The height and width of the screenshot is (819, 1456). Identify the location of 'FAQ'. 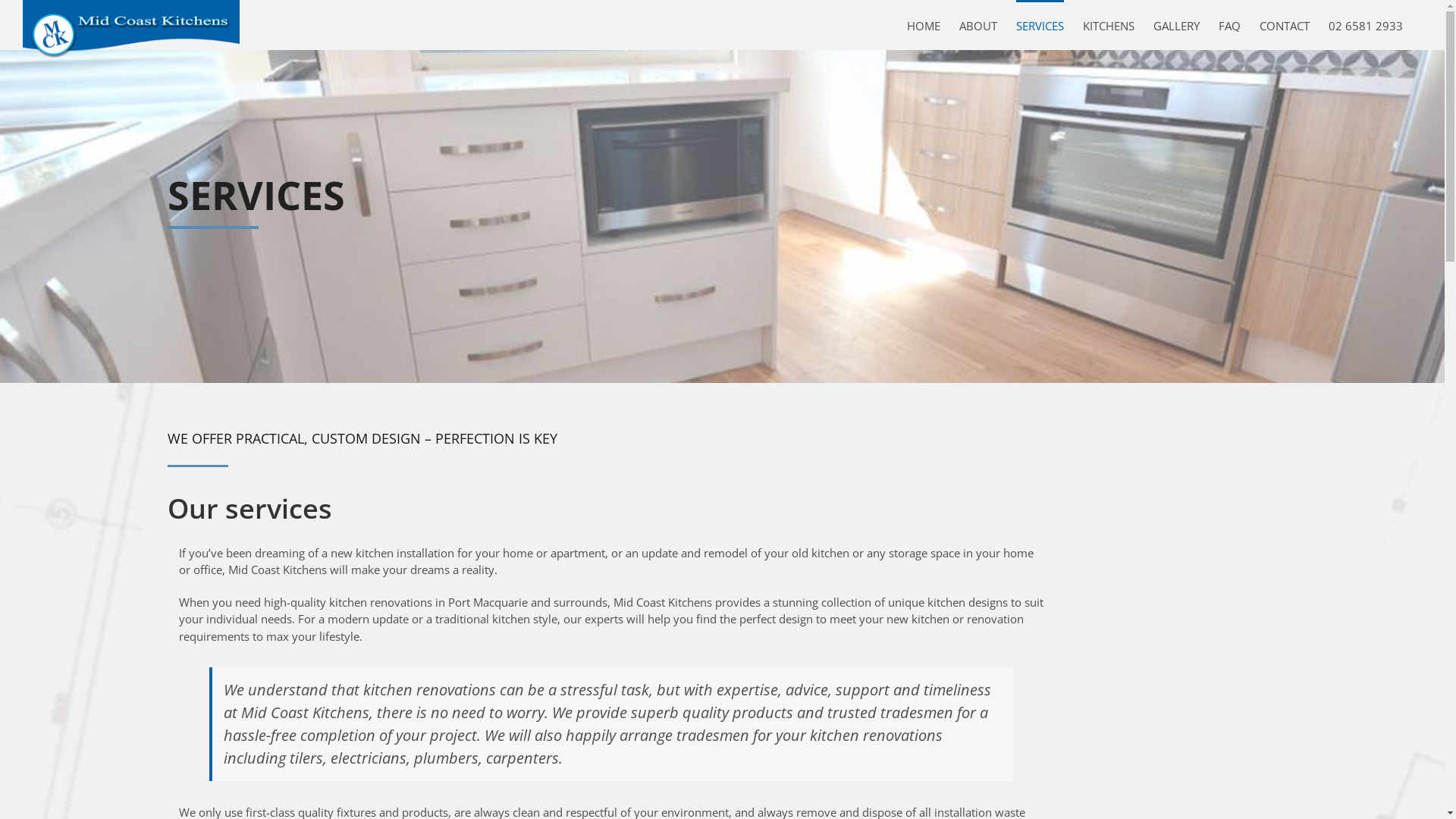
(1229, 25).